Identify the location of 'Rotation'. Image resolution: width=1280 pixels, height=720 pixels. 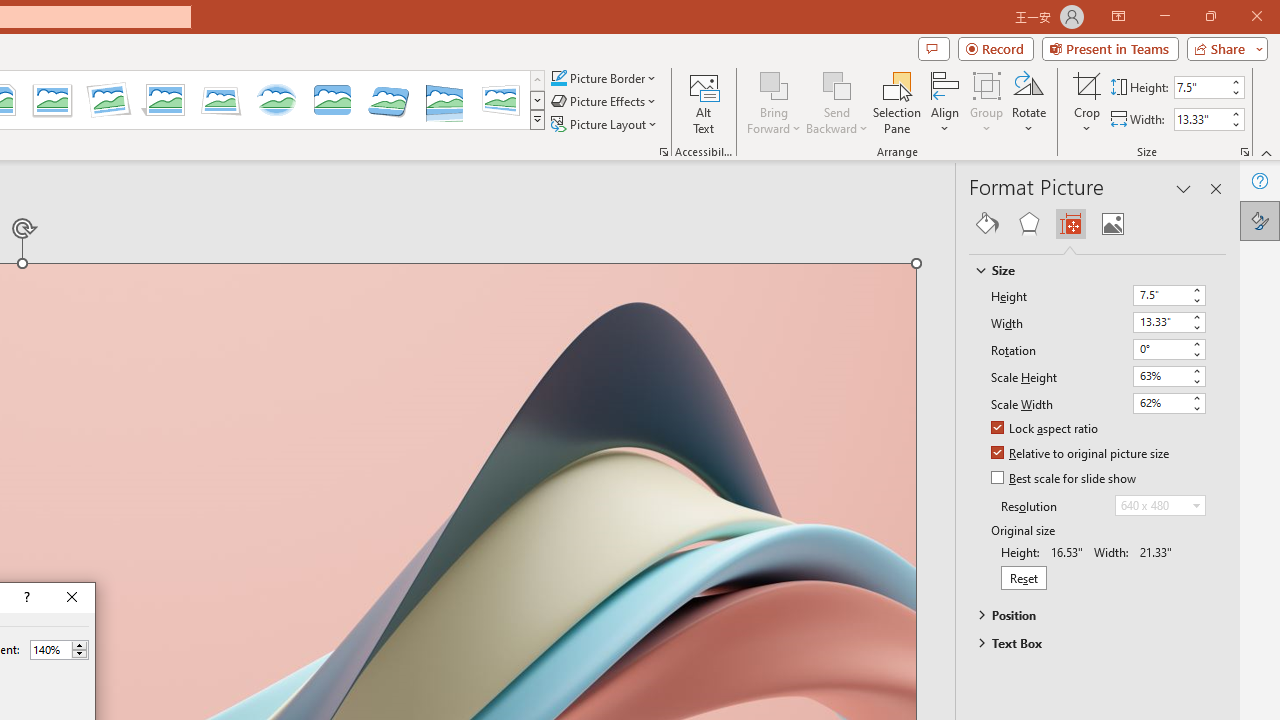
(1169, 348).